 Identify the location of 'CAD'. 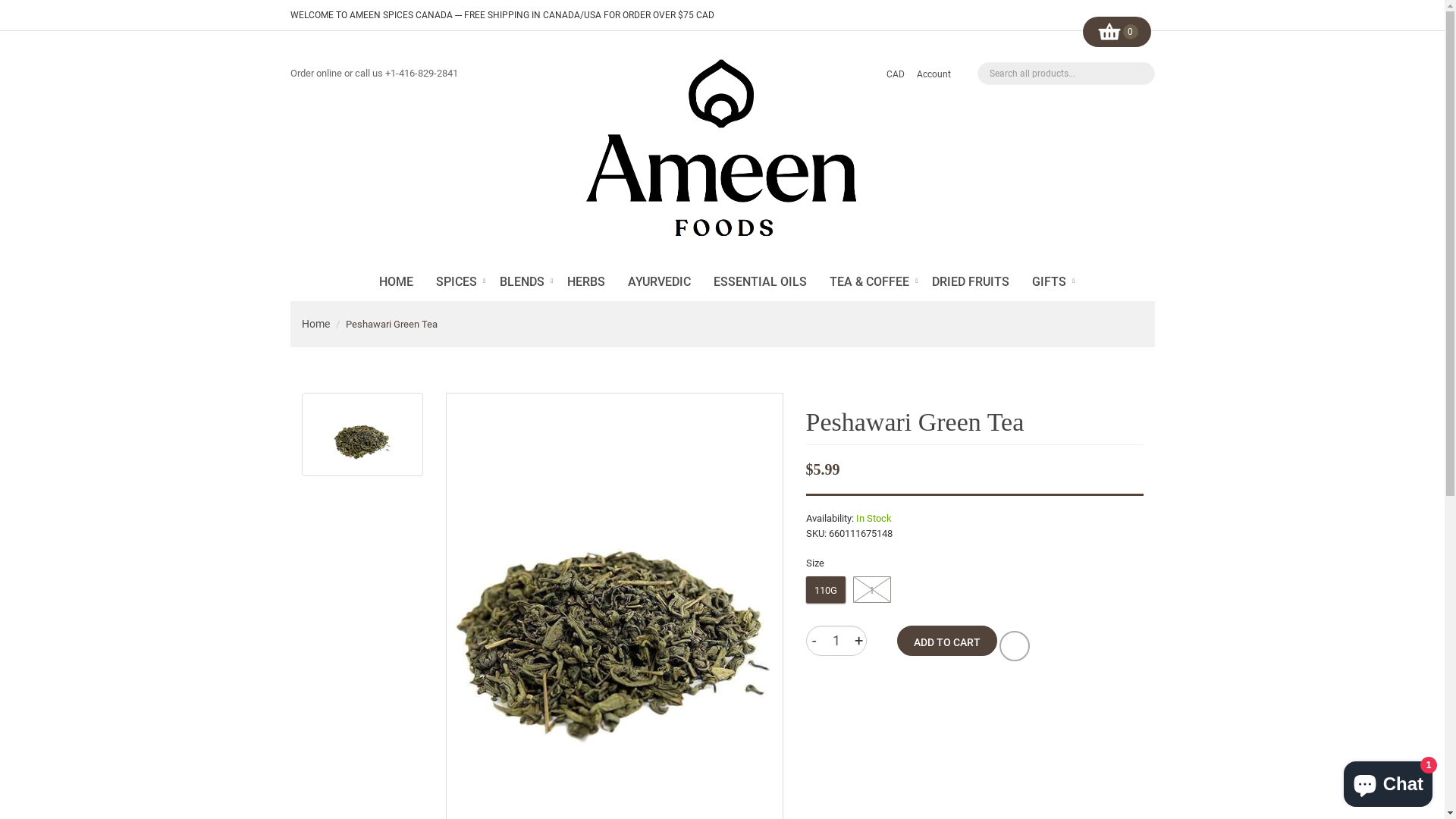
(885, 74).